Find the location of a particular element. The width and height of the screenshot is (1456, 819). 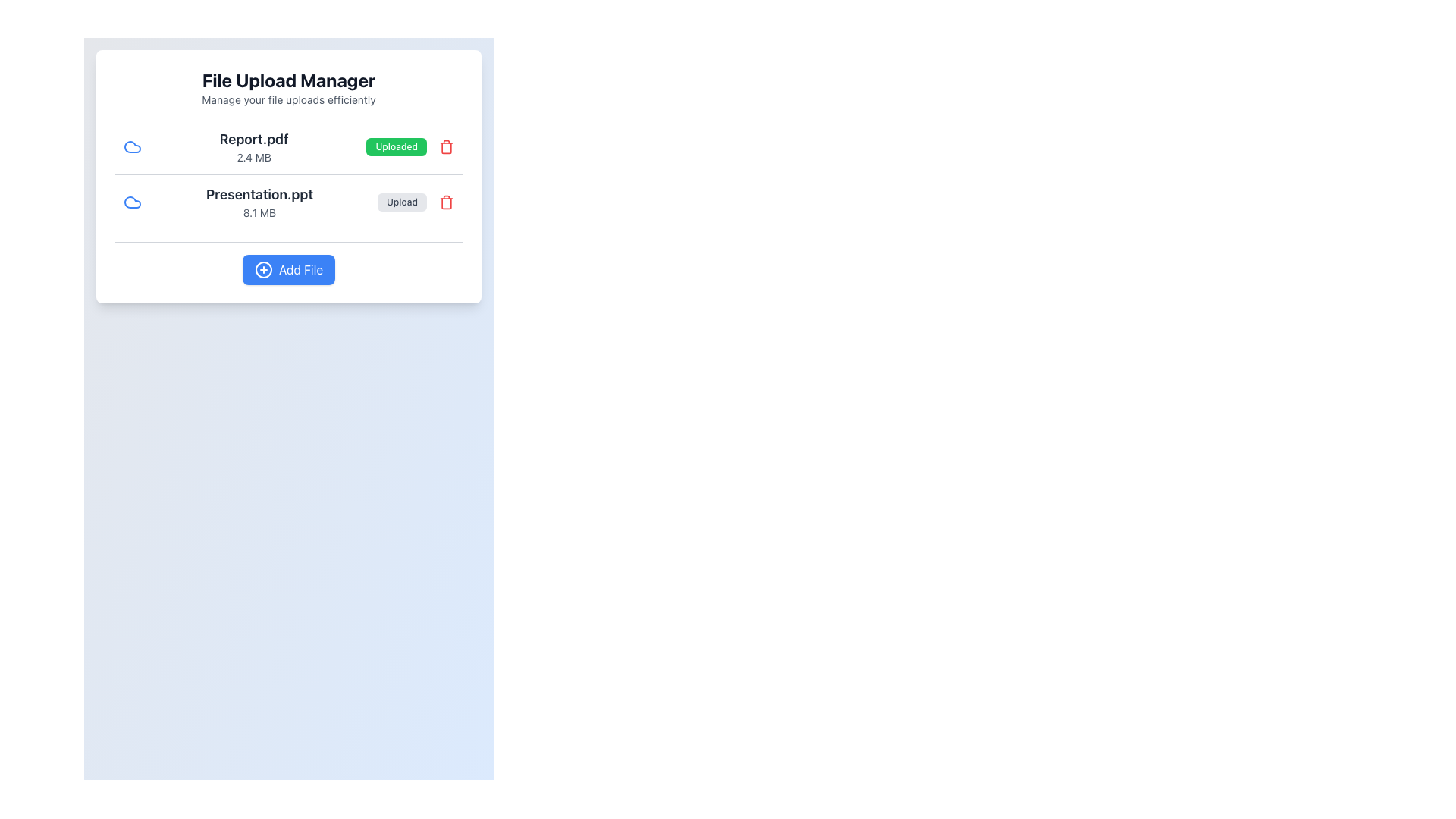

the upload status button for the file 'Report.pdf', which is located between the file size '2.4 MB' and a red trash icon is located at coordinates (397, 146).